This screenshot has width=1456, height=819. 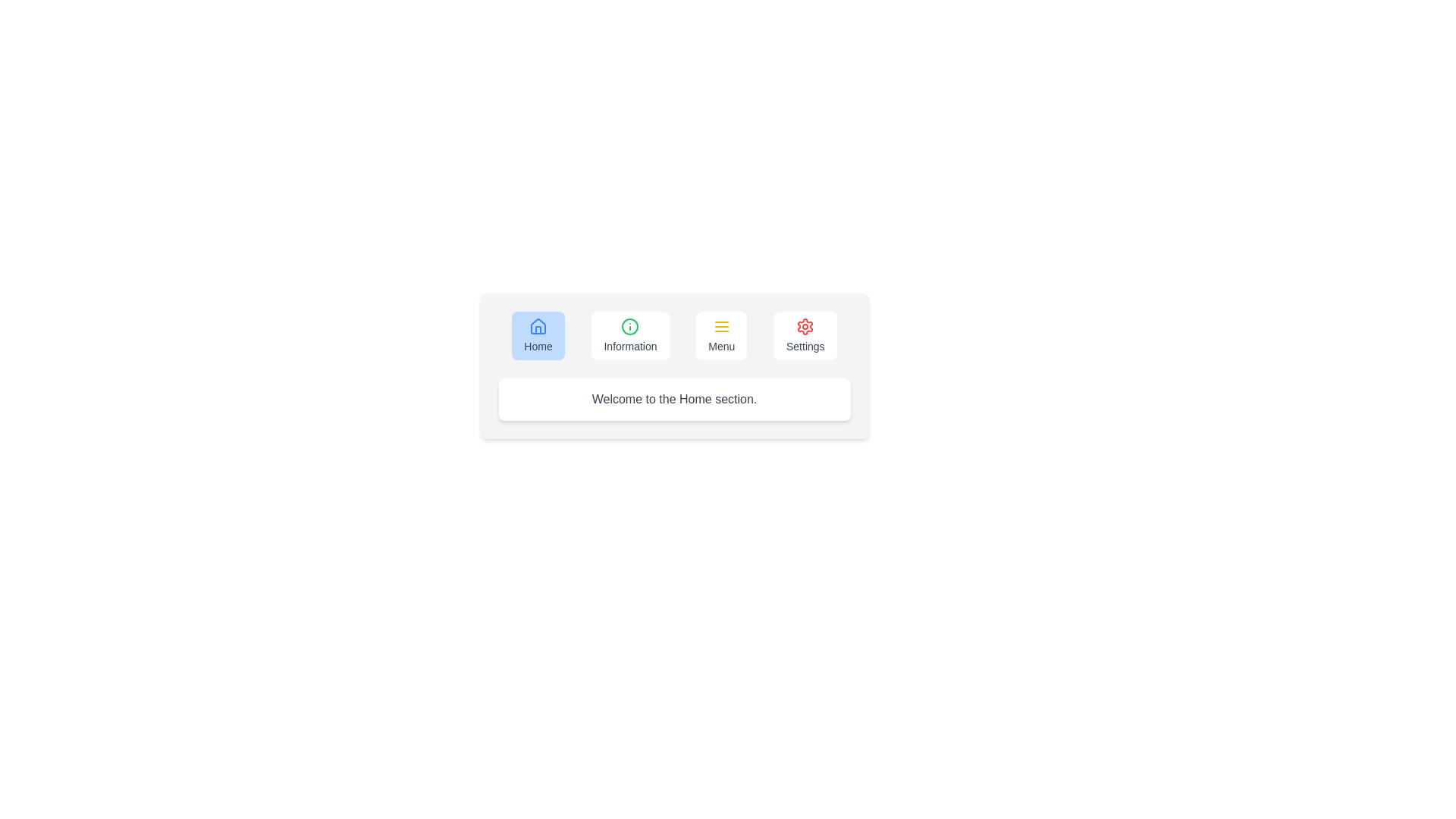 What do you see at coordinates (538, 346) in the screenshot?
I see `'Home' text label located at the bottom of the first button in the navigation menu to understand its purpose as a navigation element for accessing the home section of the application` at bounding box center [538, 346].